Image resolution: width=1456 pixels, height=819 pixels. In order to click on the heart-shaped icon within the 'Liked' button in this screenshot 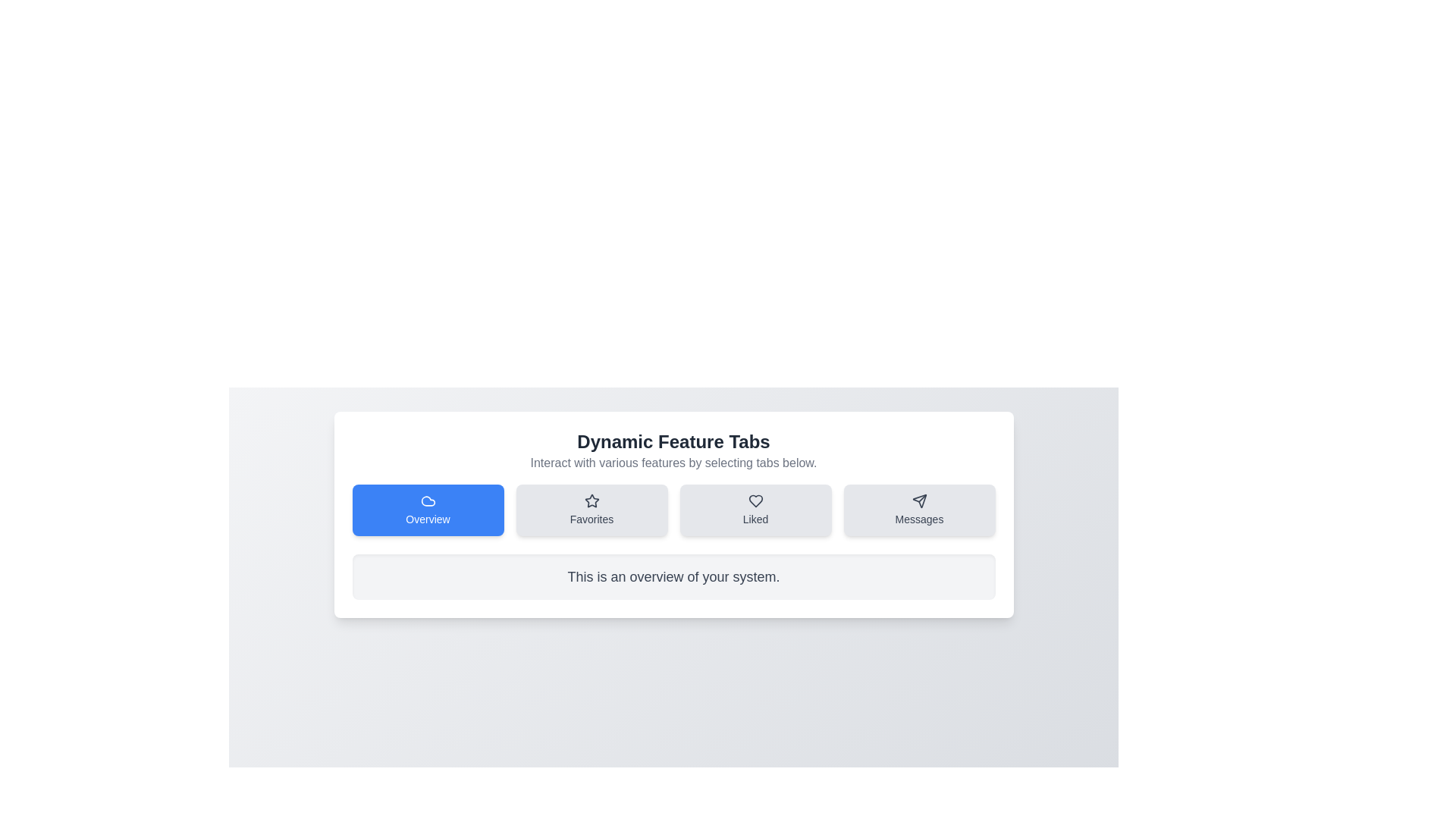, I will do `click(755, 500)`.